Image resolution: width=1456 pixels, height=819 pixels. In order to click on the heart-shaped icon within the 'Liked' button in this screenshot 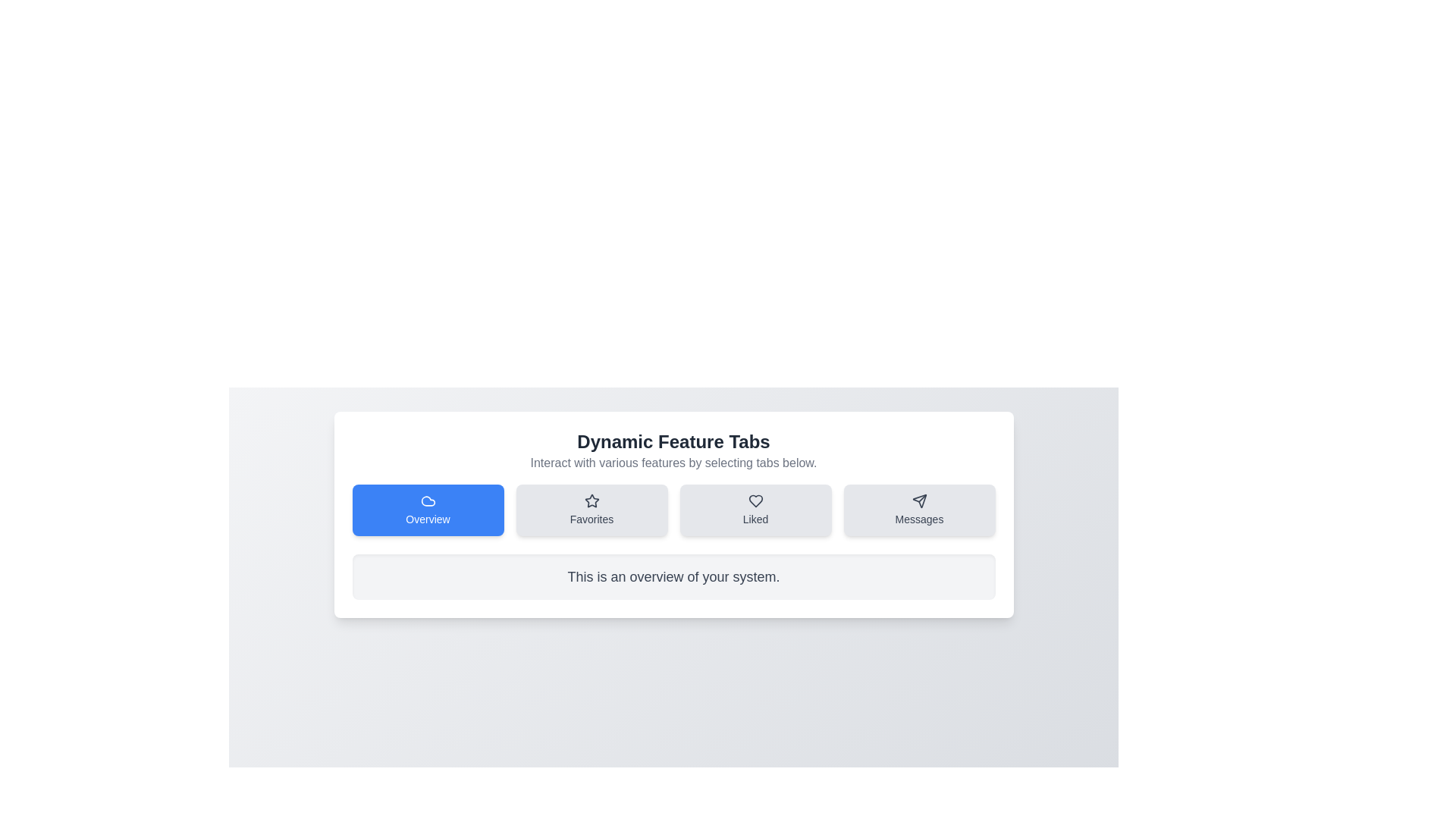, I will do `click(755, 500)`.